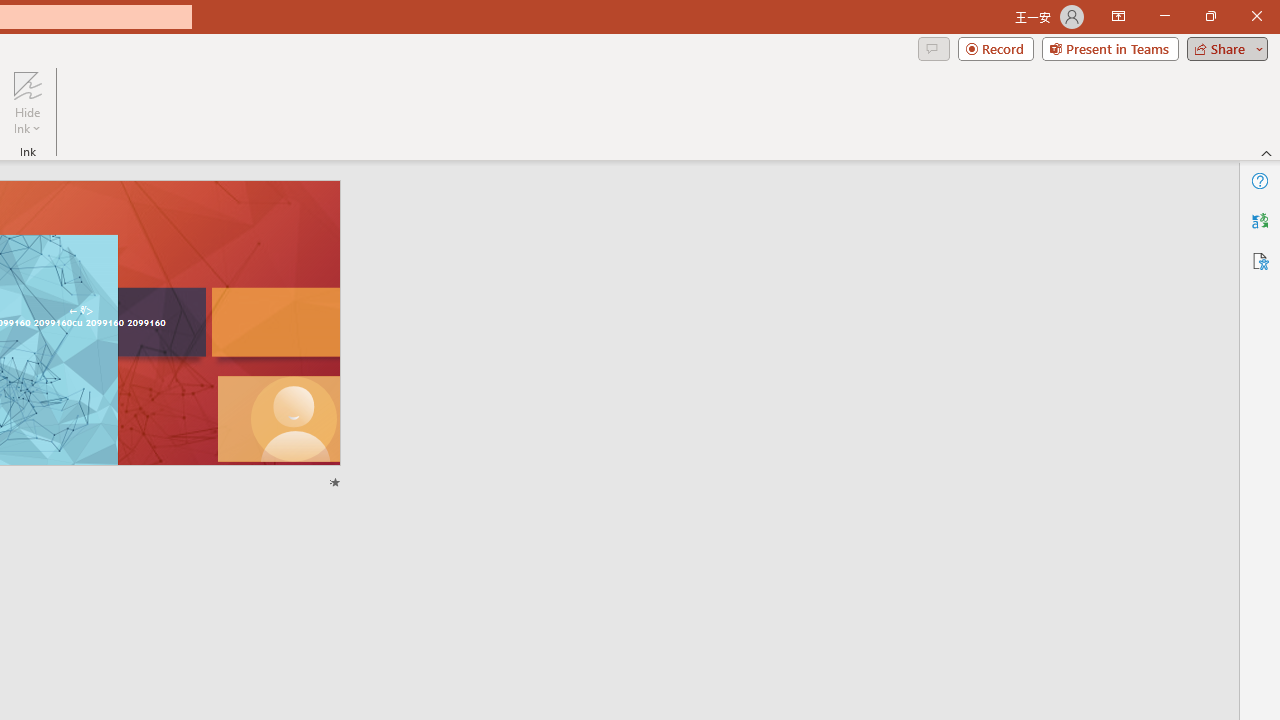 This screenshot has width=1280, height=720. Describe the element at coordinates (27, 103) in the screenshot. I see `'Hide Ink'` at that location.